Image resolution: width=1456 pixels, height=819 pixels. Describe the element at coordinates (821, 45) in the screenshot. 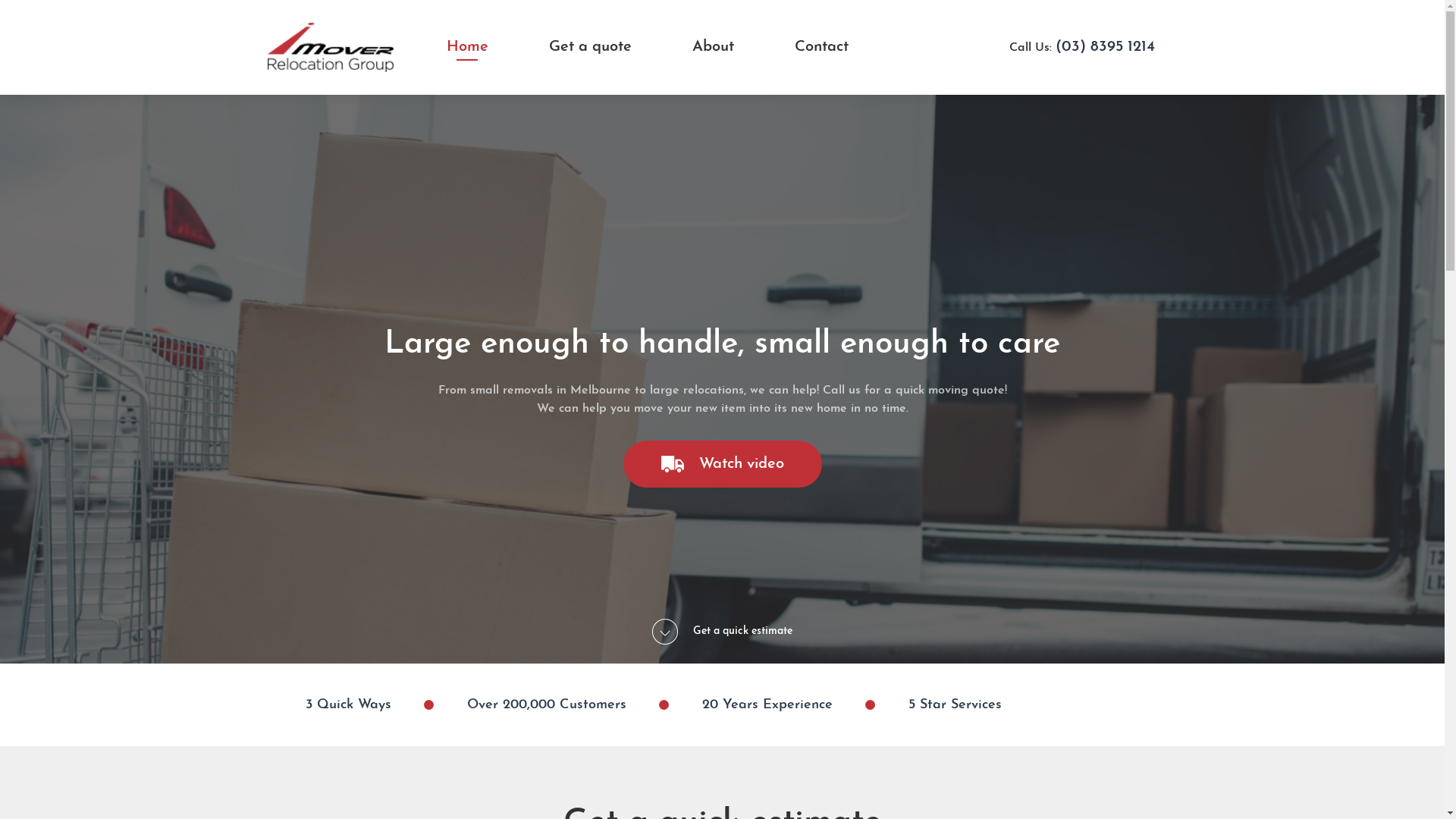

I see `'Contact'` at that location.